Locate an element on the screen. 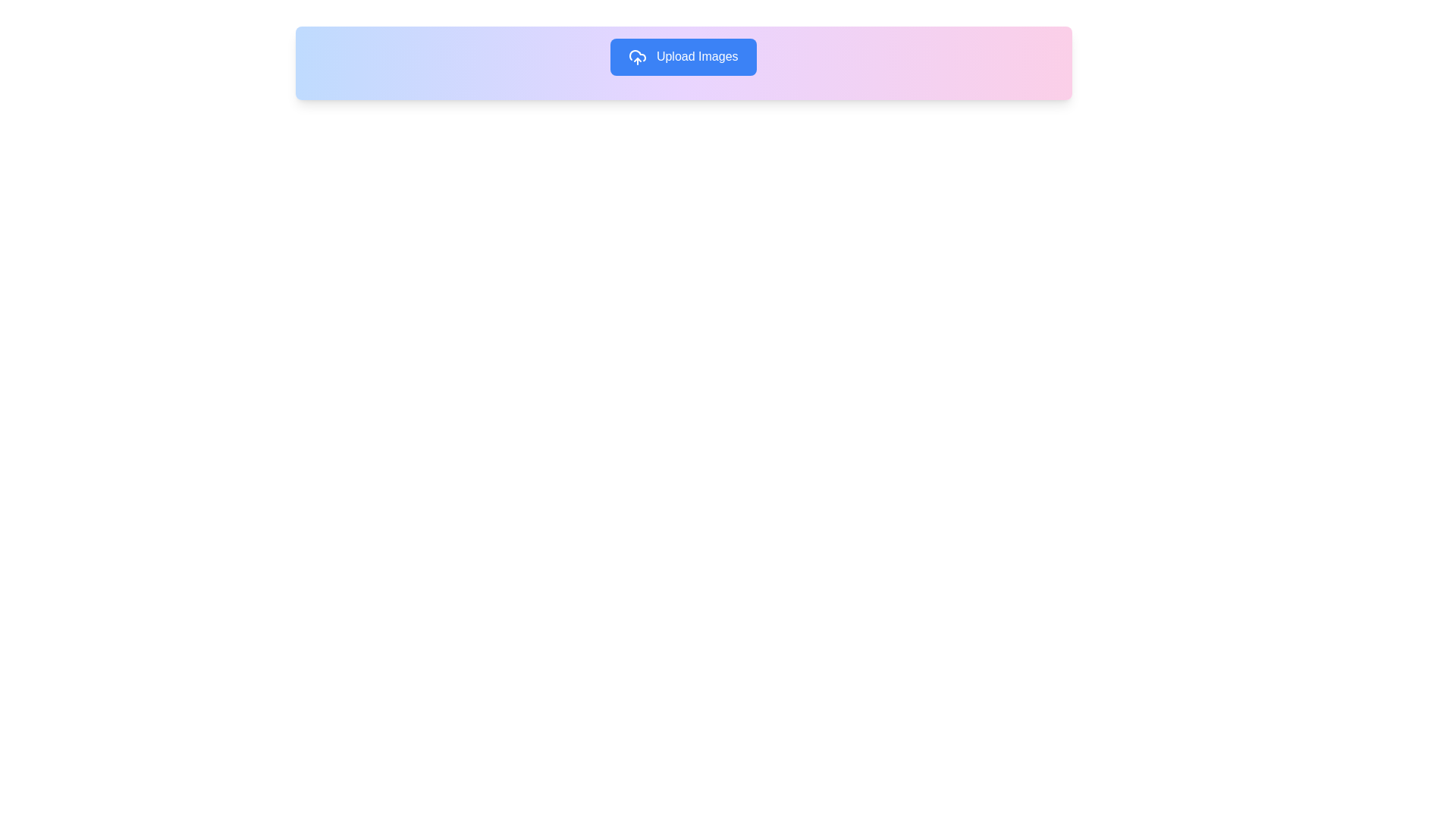 The width and height of the screenshot is (1456, 819). the blue button with rounded corners labeled 'Upload Images' is located at coordinates (682, 56).